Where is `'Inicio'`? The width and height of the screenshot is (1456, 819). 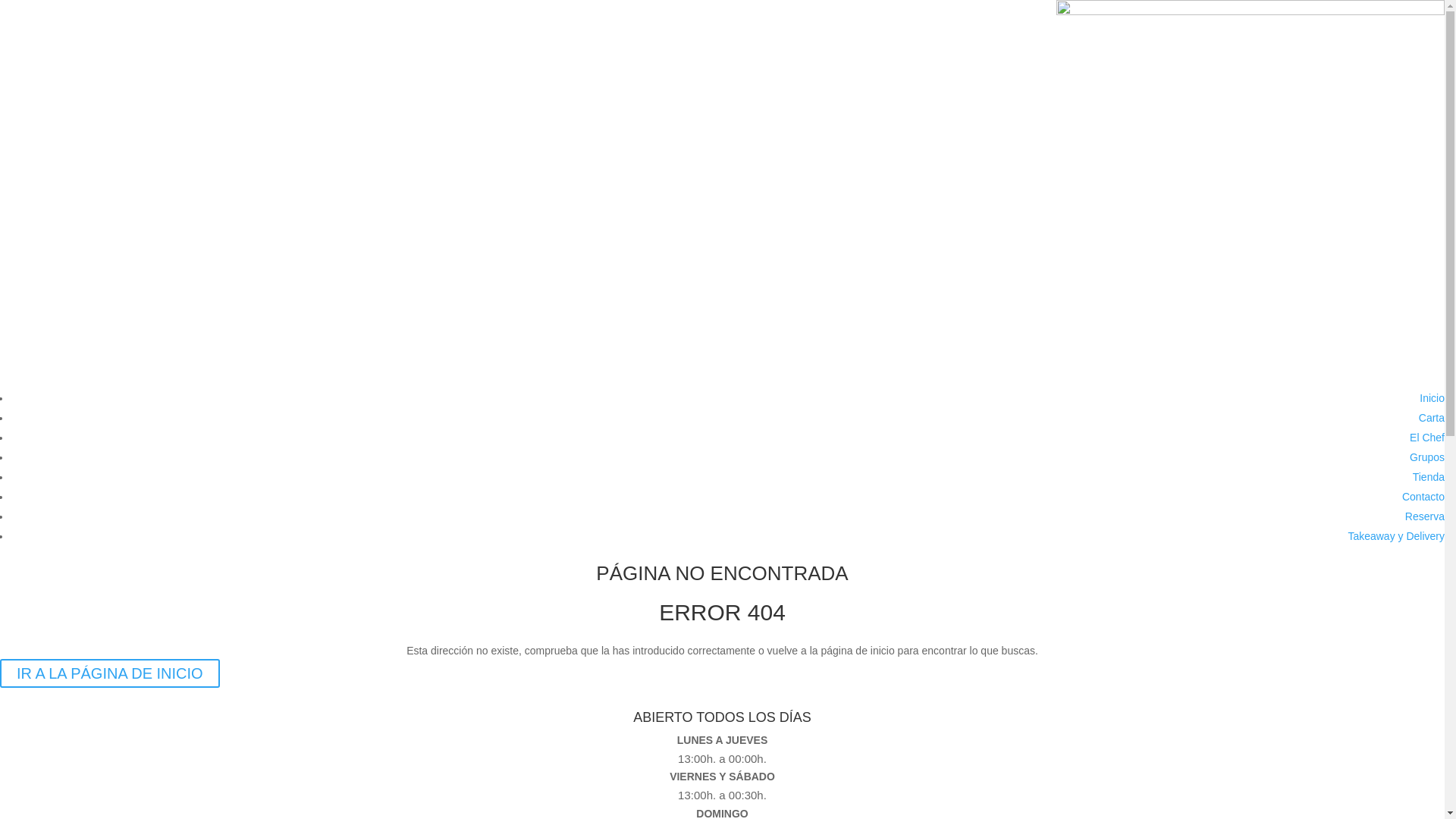
'Inicio' is located at coordinates (1431, 397).